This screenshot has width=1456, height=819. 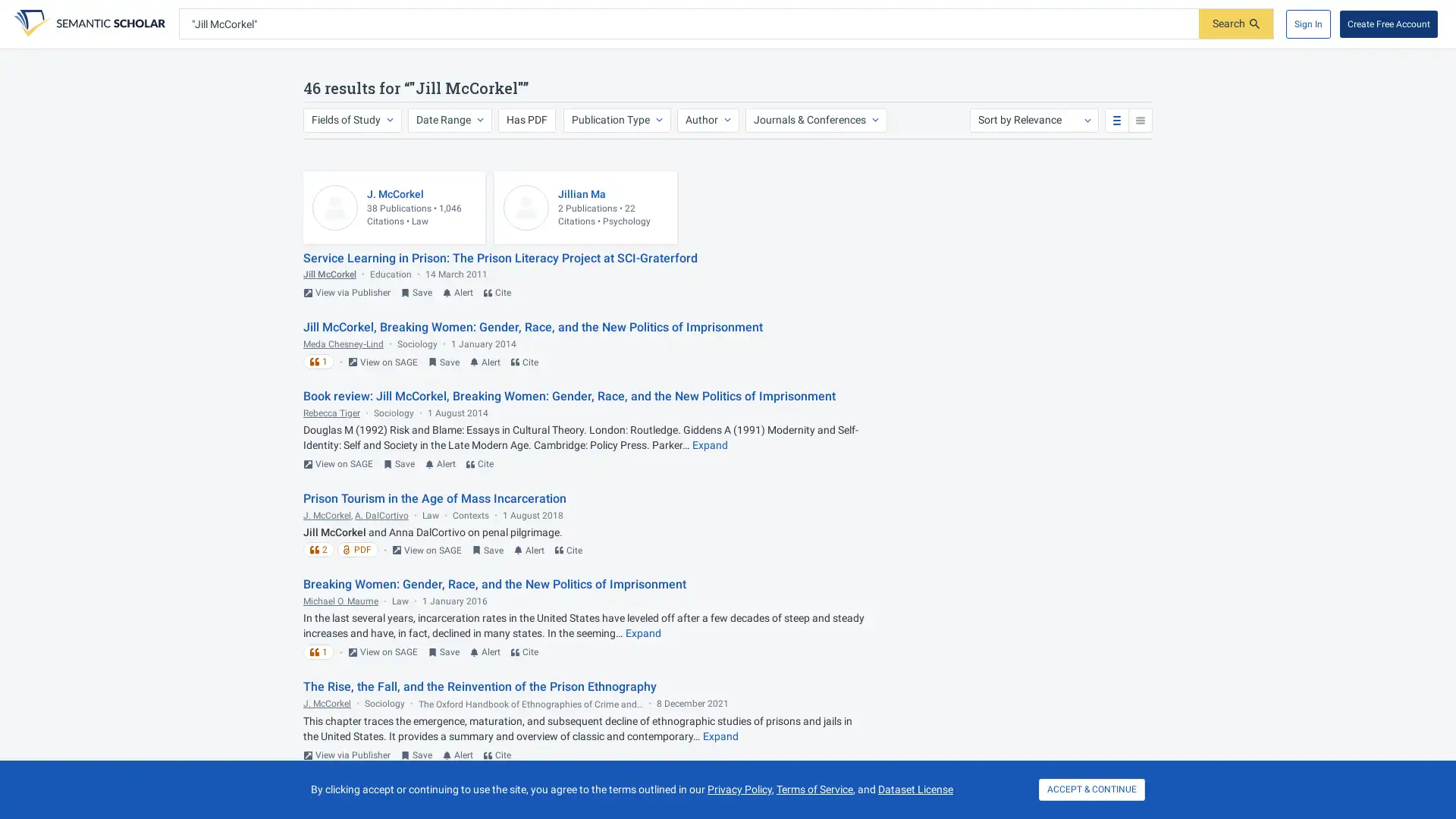 What do you see at coordinates (457, 293) in the screenshot?
I see `Turn on email alert for this paper` at bounding box center [457, 293].